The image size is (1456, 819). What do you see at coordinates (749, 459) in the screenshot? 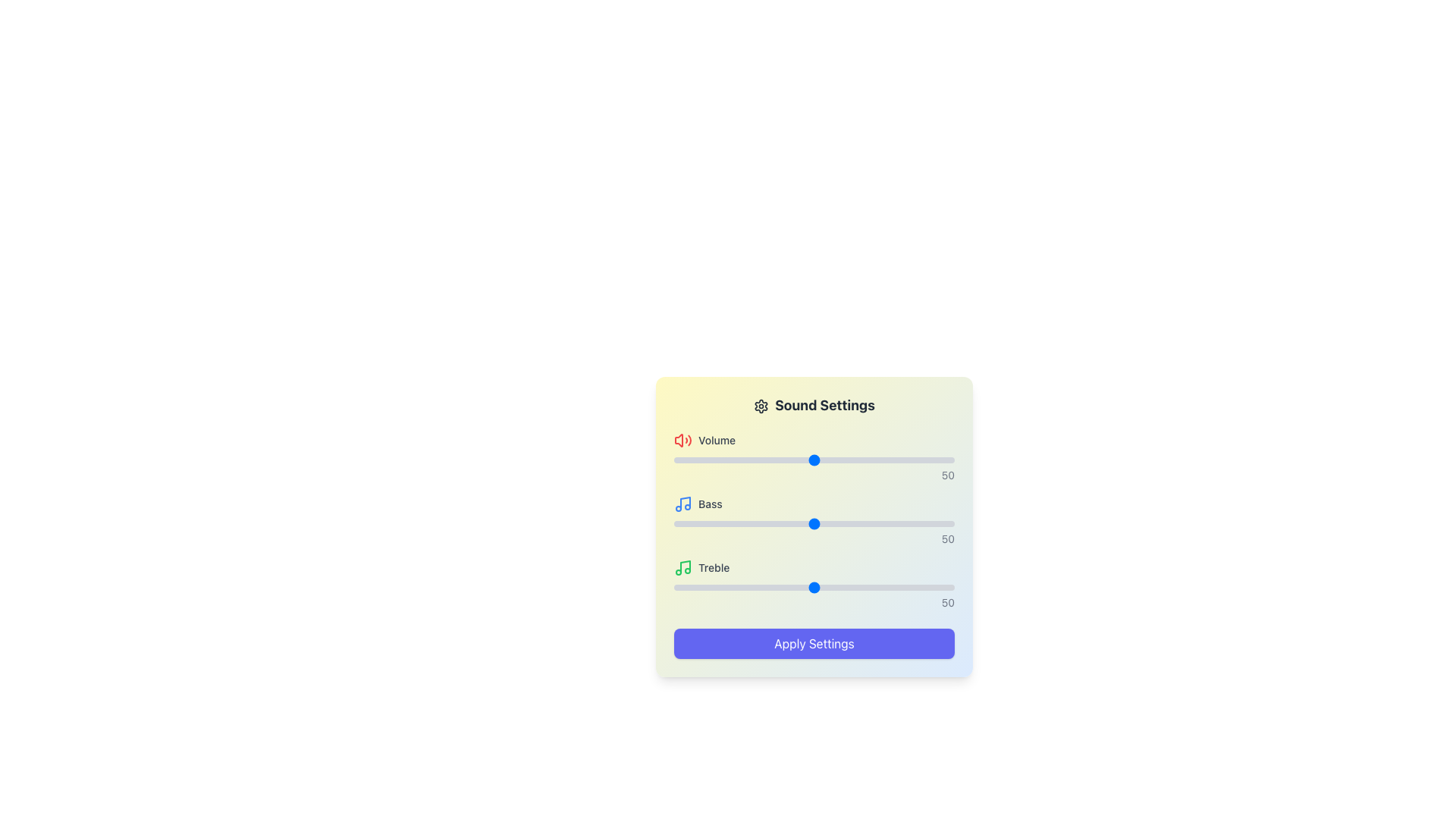
I see `the volume level` at bounding box center [749, 459].